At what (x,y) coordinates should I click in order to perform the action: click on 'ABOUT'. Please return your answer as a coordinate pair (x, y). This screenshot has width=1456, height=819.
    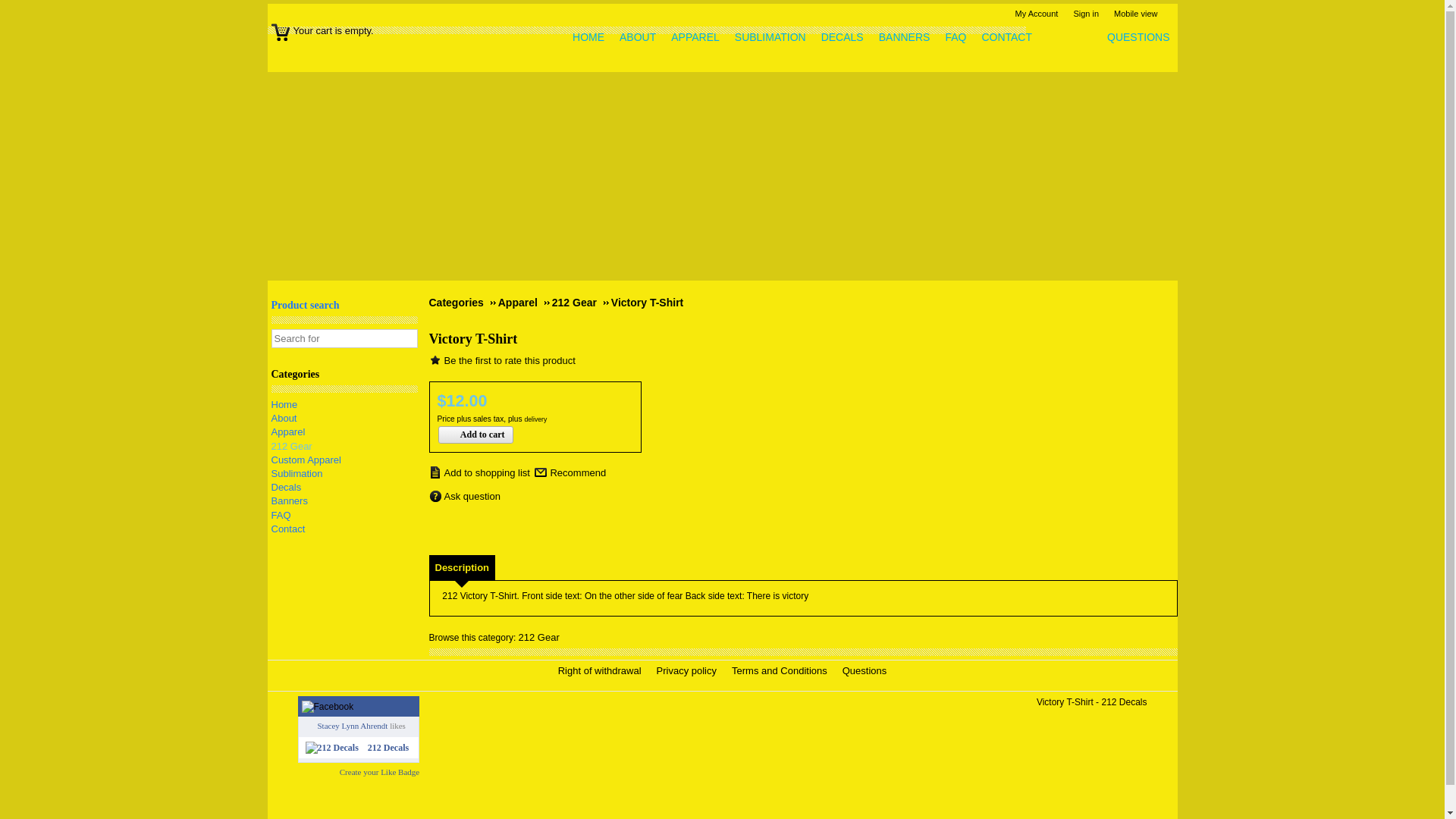
    Looking at the image, I should click on (641, 36).